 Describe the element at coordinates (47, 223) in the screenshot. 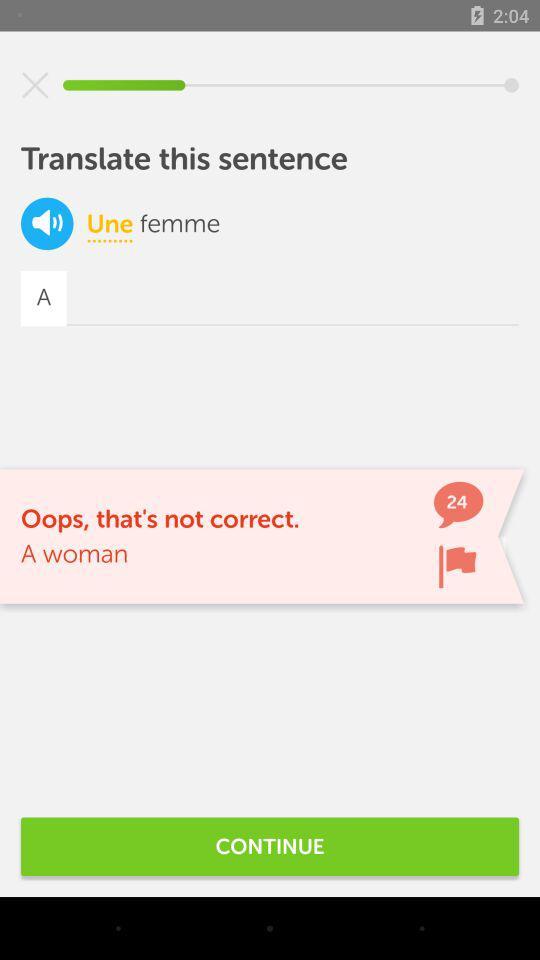

I see `the volume icon` at that location.